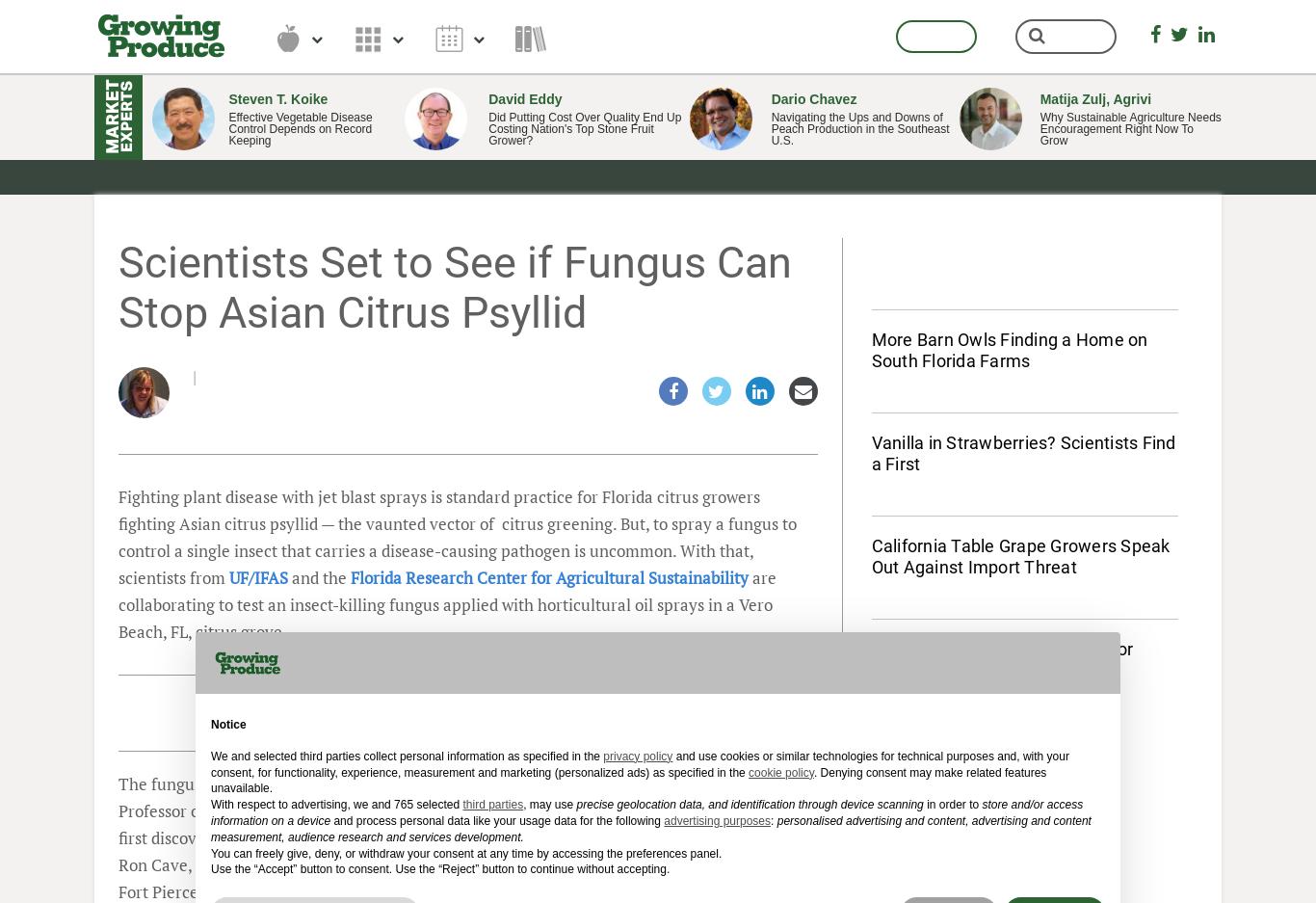 The height and width of the screenshot is (903, 1316). Describe the element at coordinates (531, 863) in the screenshot. I see `'UF/IFAS Indian River Research and Education Center (IRREC)'` at that location.